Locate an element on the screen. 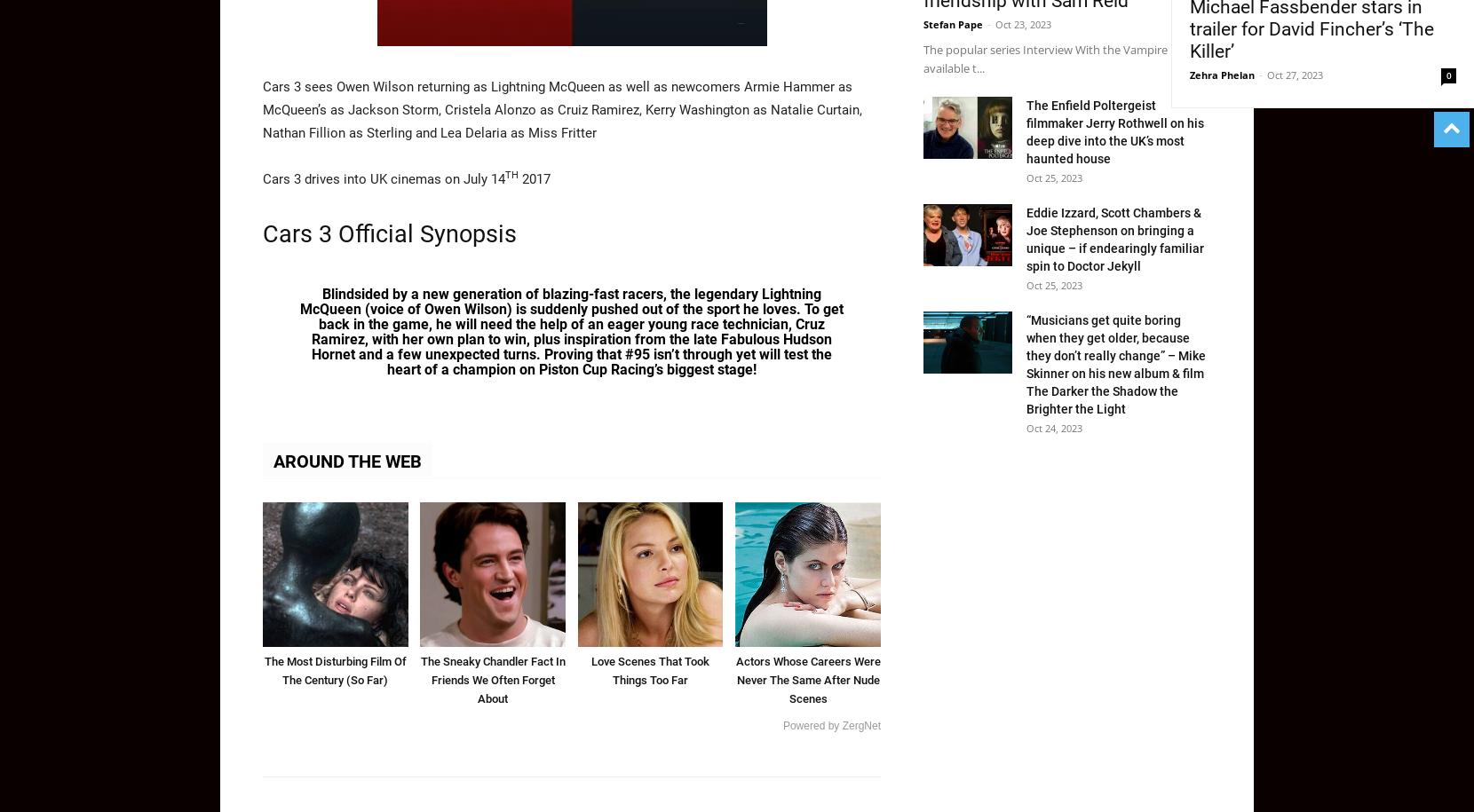 The height and width of the screenshot is (812, 1474). 'Oct 24, 2023' is located at coordinates (1026, 426).